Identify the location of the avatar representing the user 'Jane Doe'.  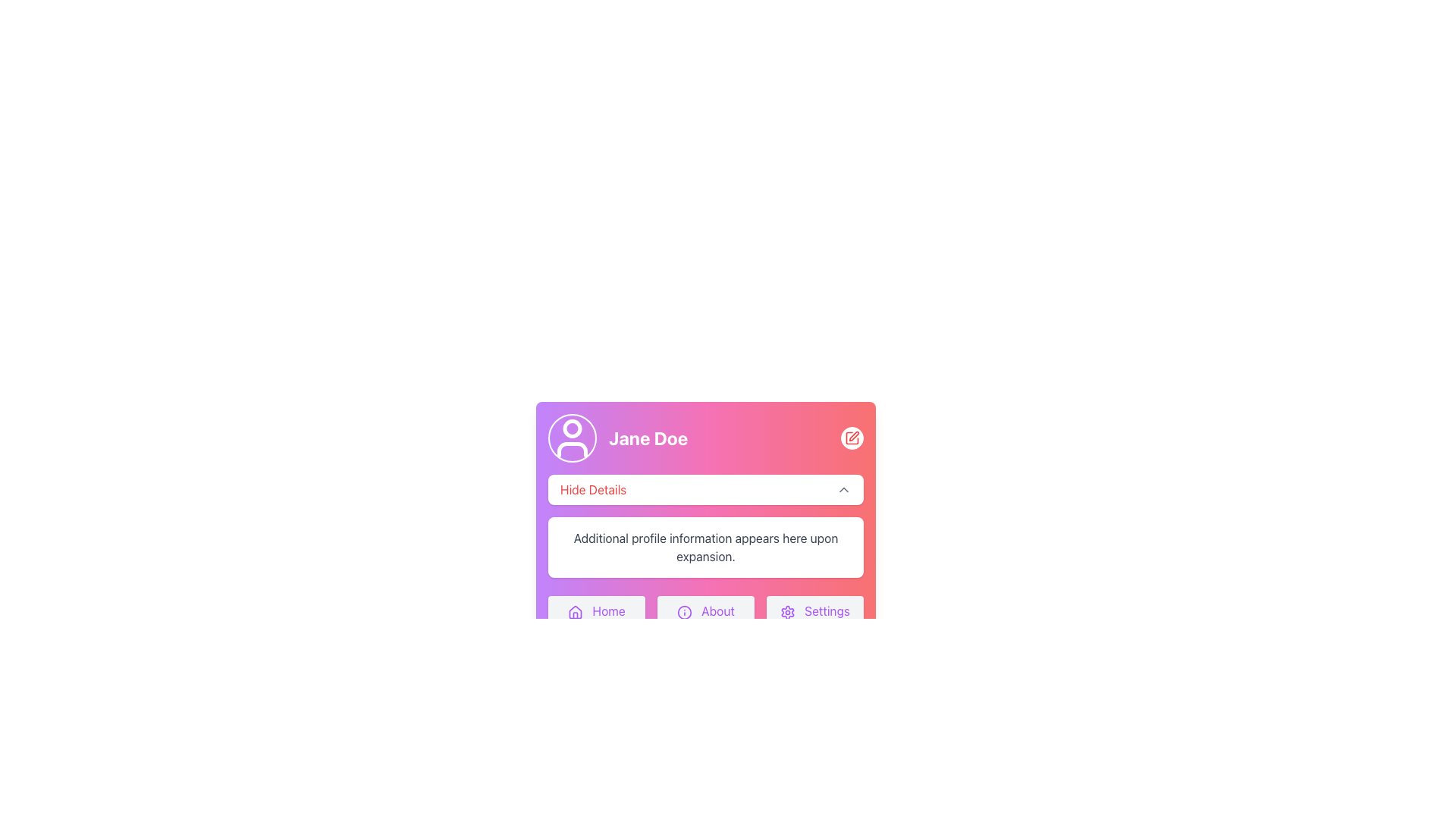
(571, 438).